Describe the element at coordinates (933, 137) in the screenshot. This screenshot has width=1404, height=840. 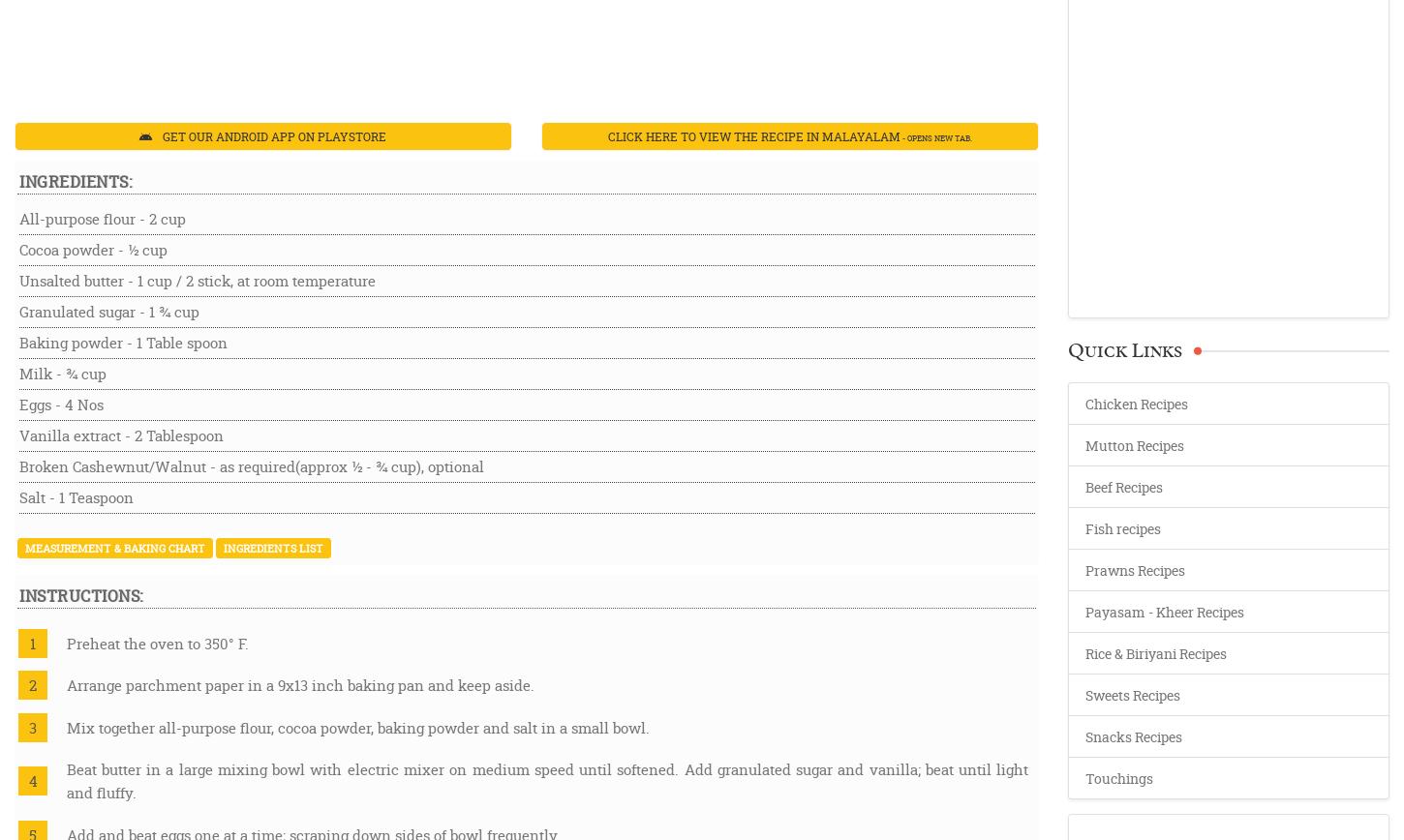
I see `'- Opens new tab.'` at that location.